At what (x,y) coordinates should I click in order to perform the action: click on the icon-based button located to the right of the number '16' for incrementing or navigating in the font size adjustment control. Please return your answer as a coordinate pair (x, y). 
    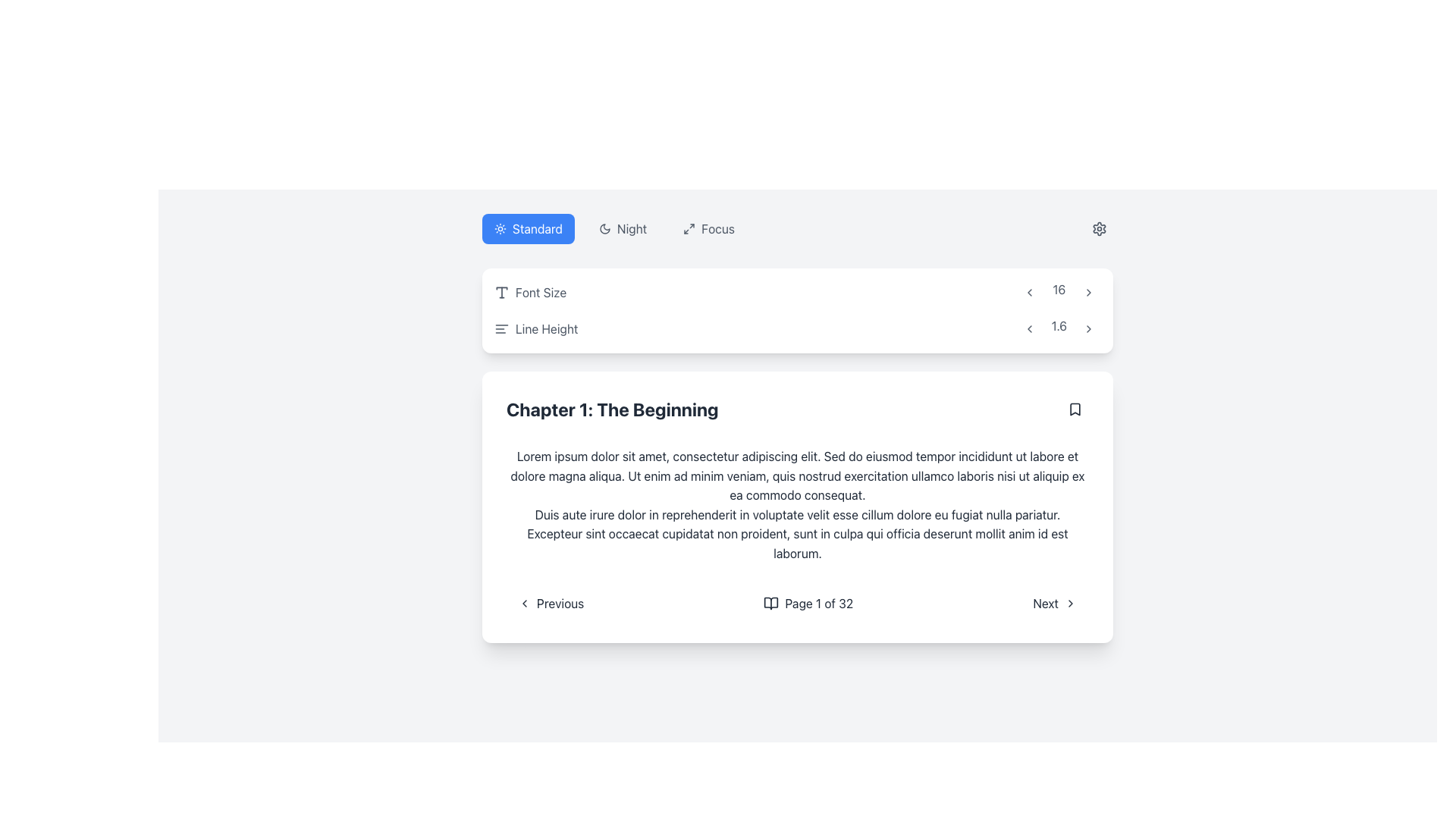
    Looking at the image, I should click on (1087, 292).